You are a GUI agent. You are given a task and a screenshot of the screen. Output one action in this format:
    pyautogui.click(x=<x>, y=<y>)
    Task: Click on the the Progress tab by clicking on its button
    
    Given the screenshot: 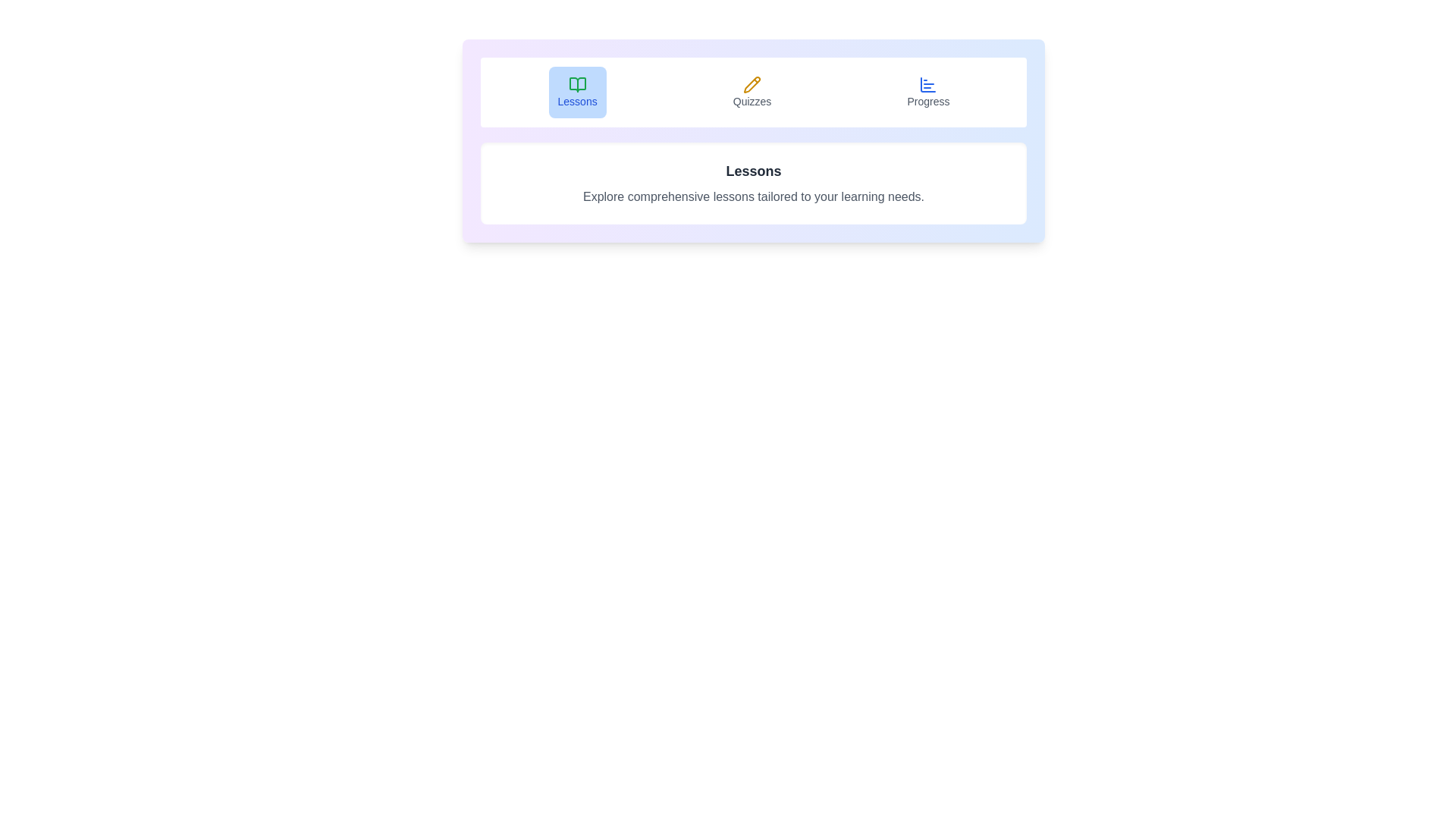 What is the action you would take?
    pyautogui.click(x=927, y=93)
    